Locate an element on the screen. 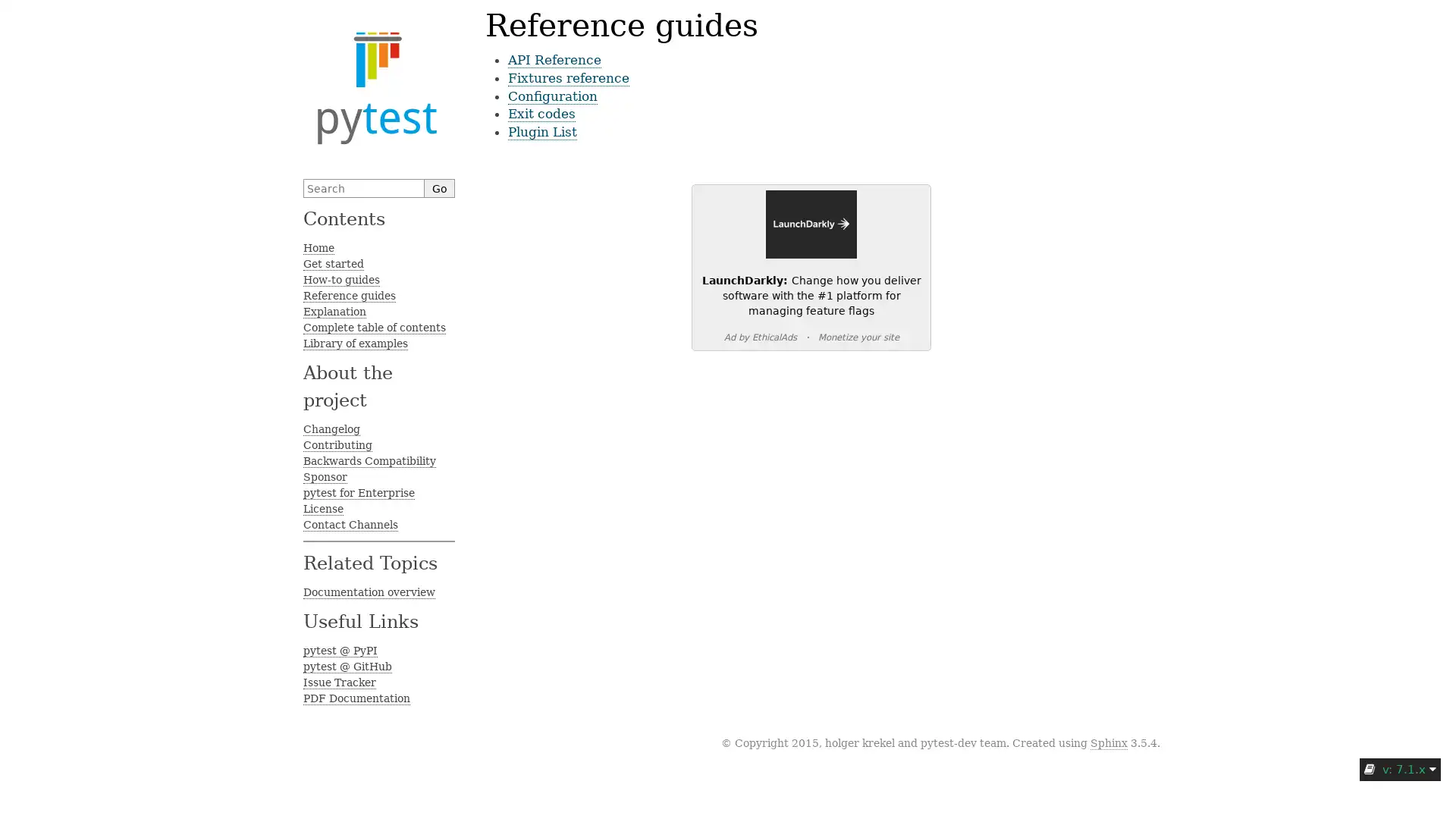  Go is located at coordinates (439, 187).